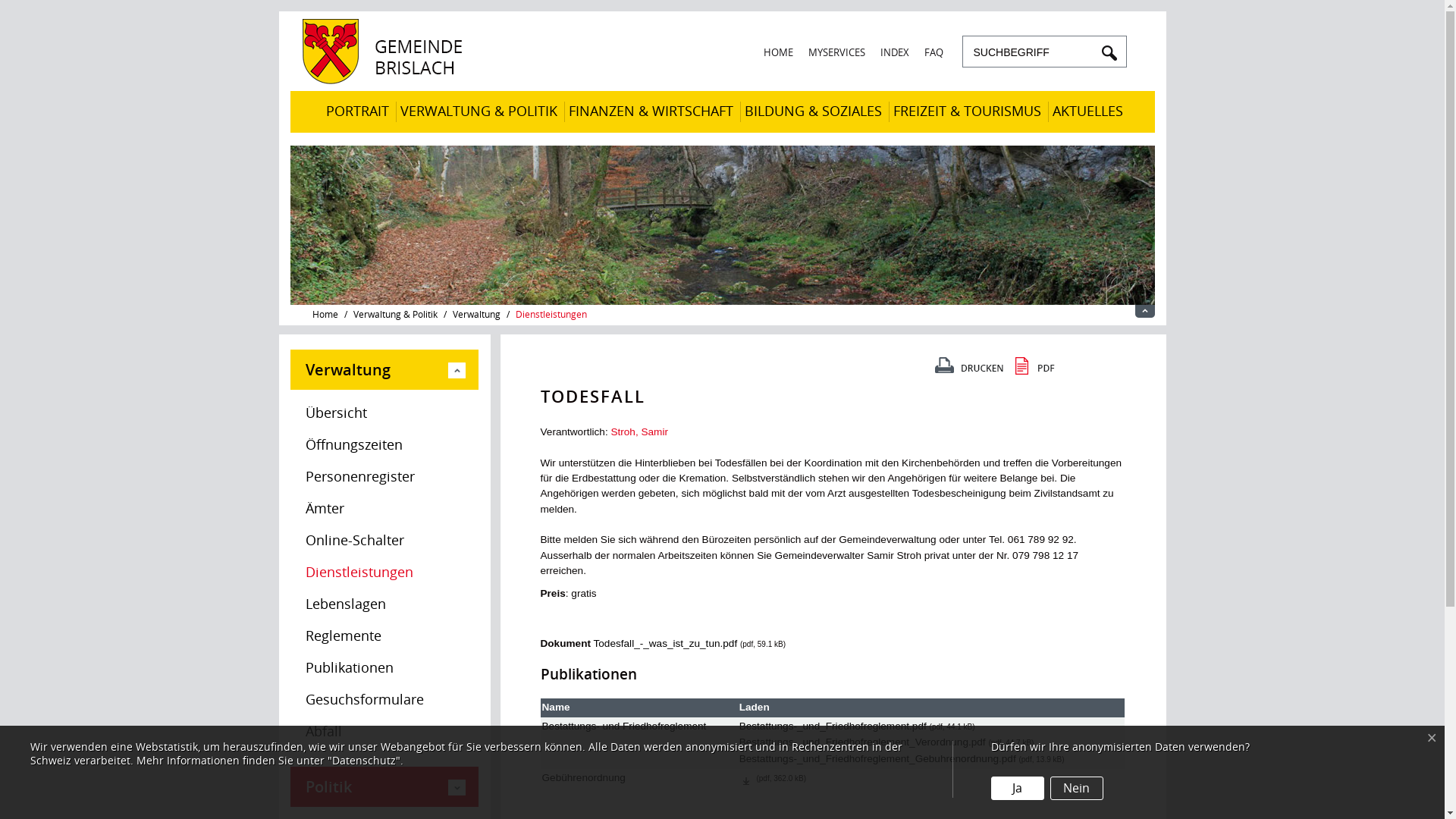 The height and width of the screenshot is (819, 1456). I want to click on 'Reglemente', so click(290, 636).